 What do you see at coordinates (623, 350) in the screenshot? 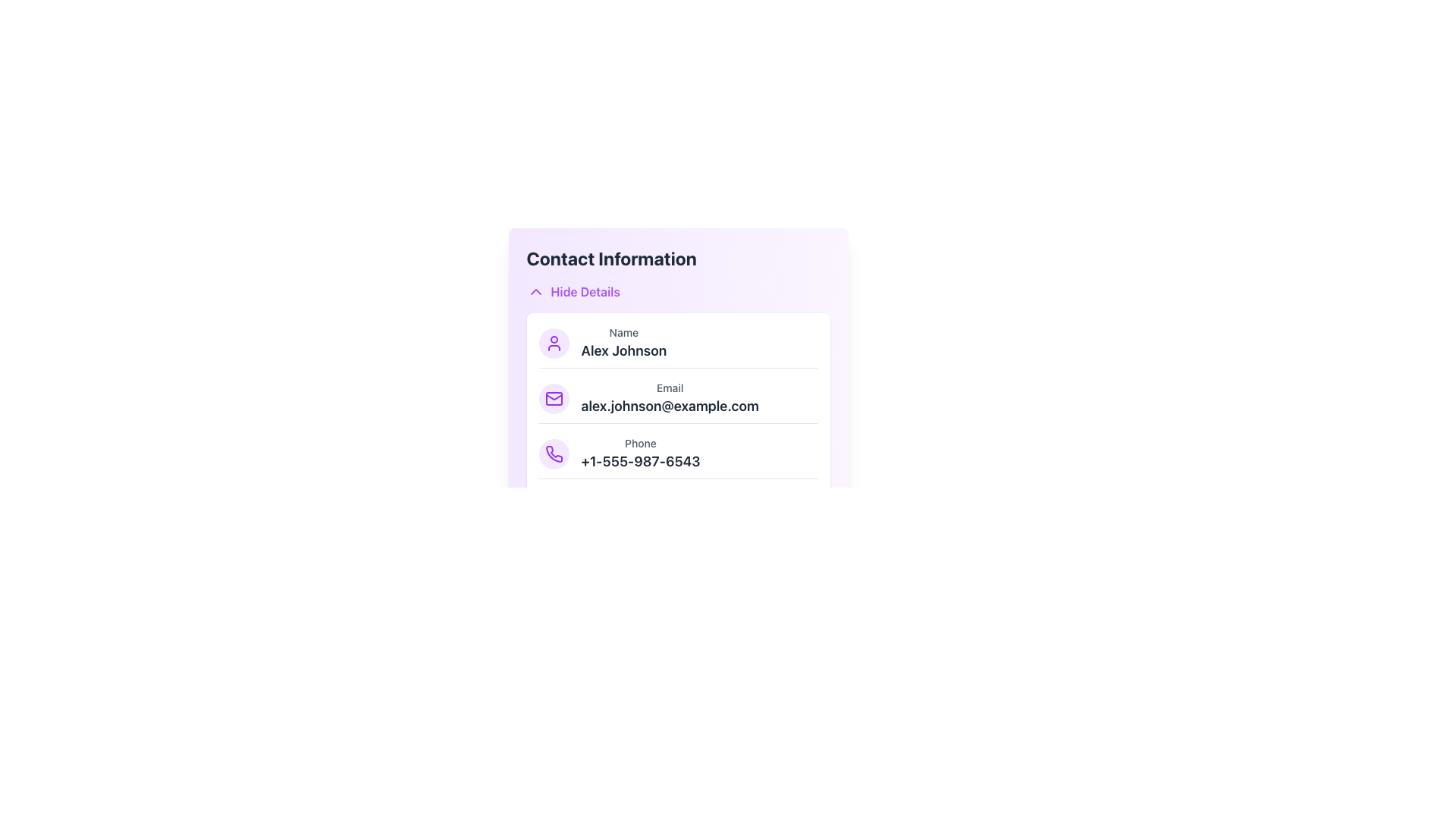
I see `the text label that displays the contact's name, located to the right of the avatar icon and below the 'Name' label in the 'Contact Information' section` at bounding box center [623, 350].